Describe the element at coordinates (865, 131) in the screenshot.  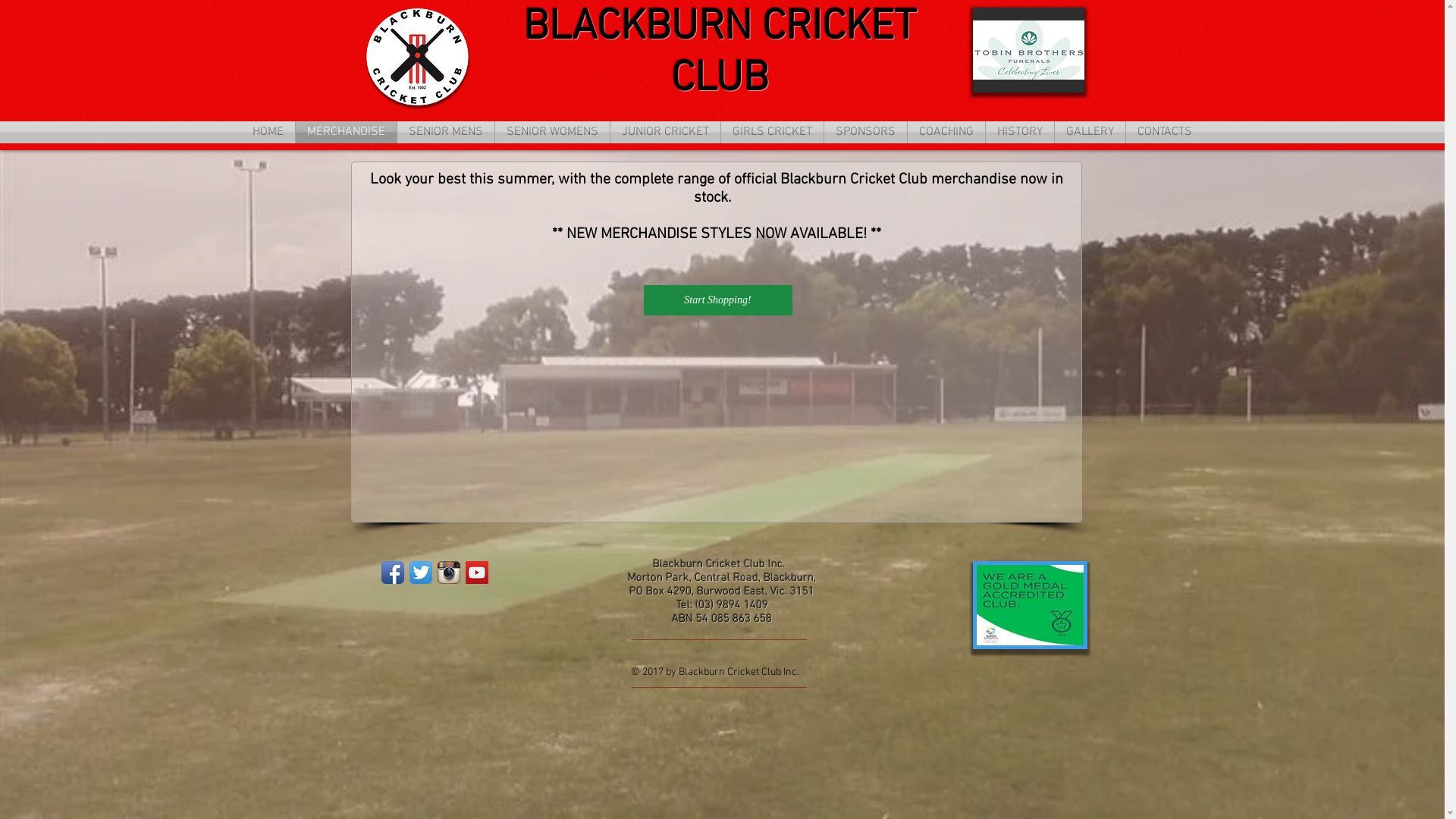
I see `'SPONSORS'` at that location.